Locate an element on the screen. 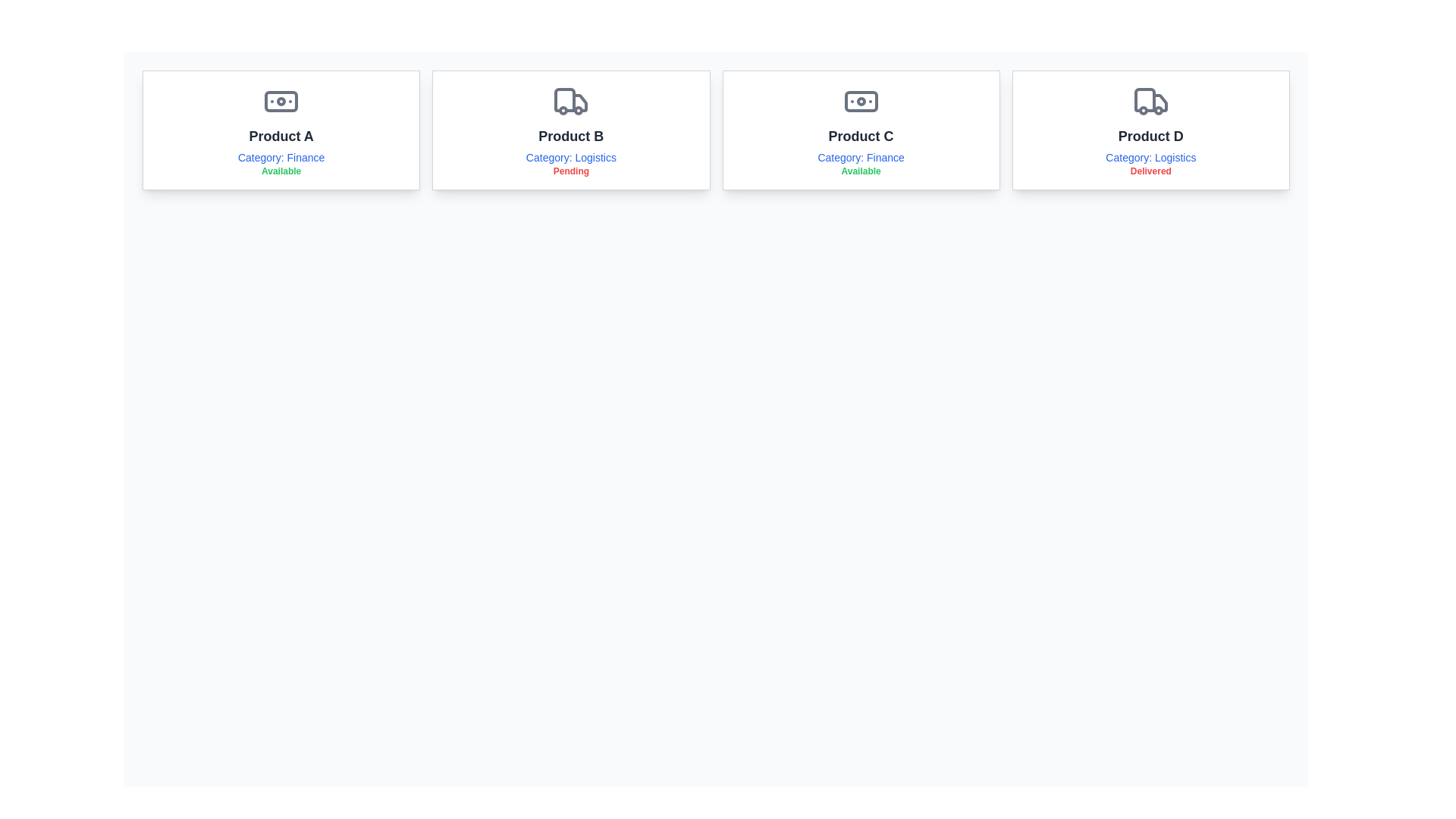 This screenshot has height=819, width=1456. the 'Available' text label in green font, located at the bottom section of the card for 'Product A', below the 'Category: Finance' label is located at coordinates (281, 171).